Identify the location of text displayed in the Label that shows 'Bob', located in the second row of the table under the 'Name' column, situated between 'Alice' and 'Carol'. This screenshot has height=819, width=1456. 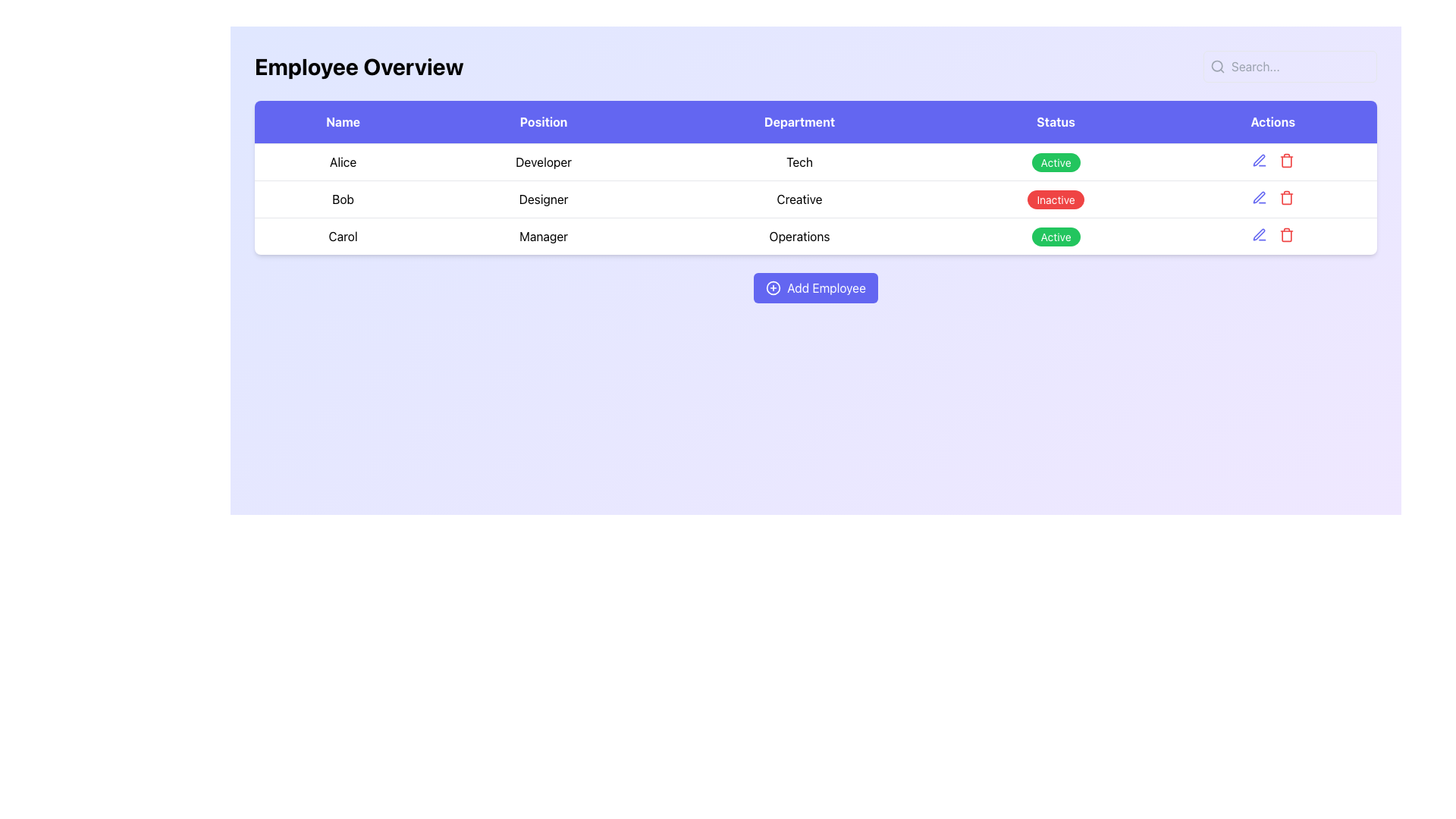
(342, 198).